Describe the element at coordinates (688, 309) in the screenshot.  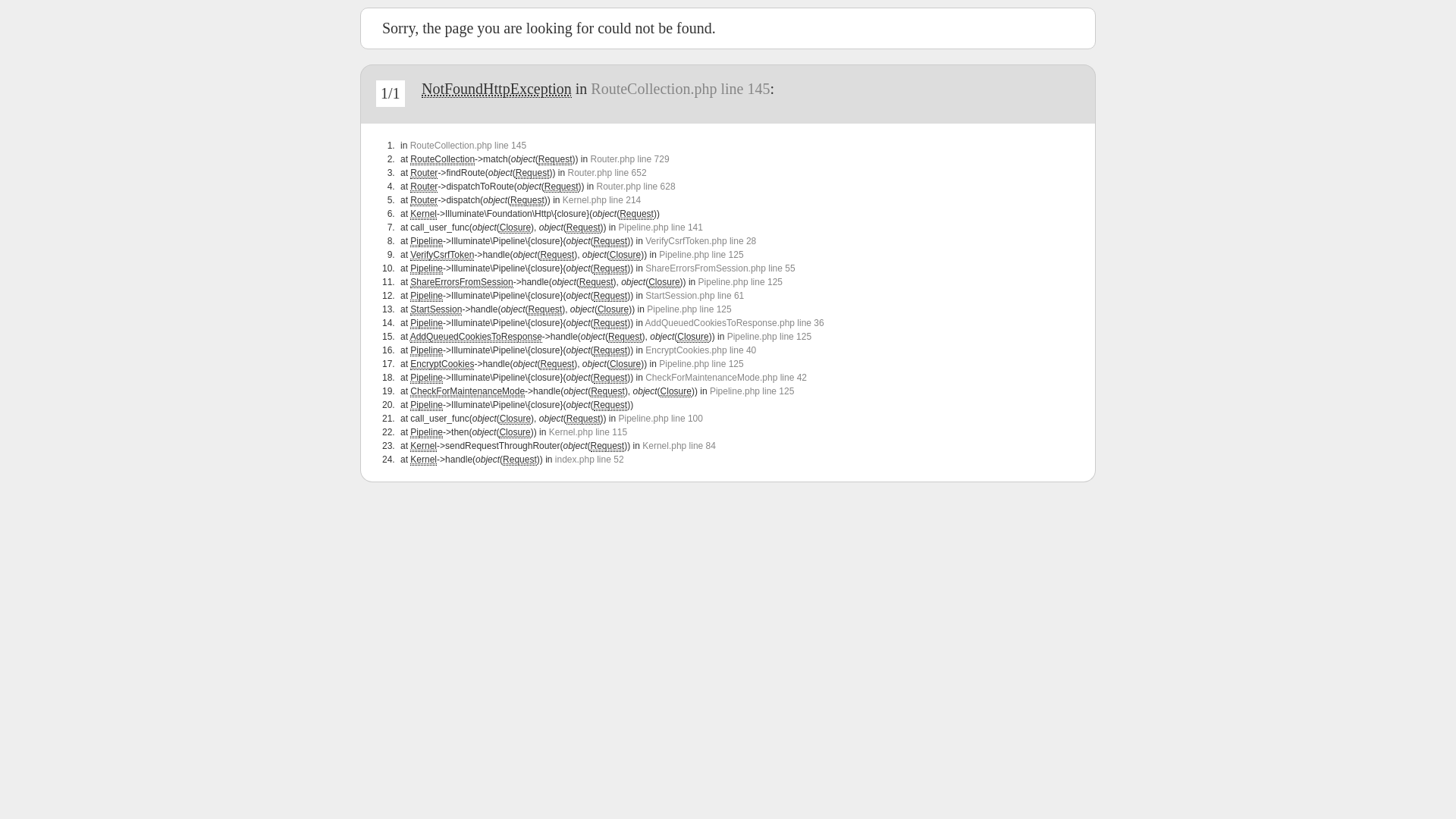
I see `'Pipeline.php line 125'` at that location.